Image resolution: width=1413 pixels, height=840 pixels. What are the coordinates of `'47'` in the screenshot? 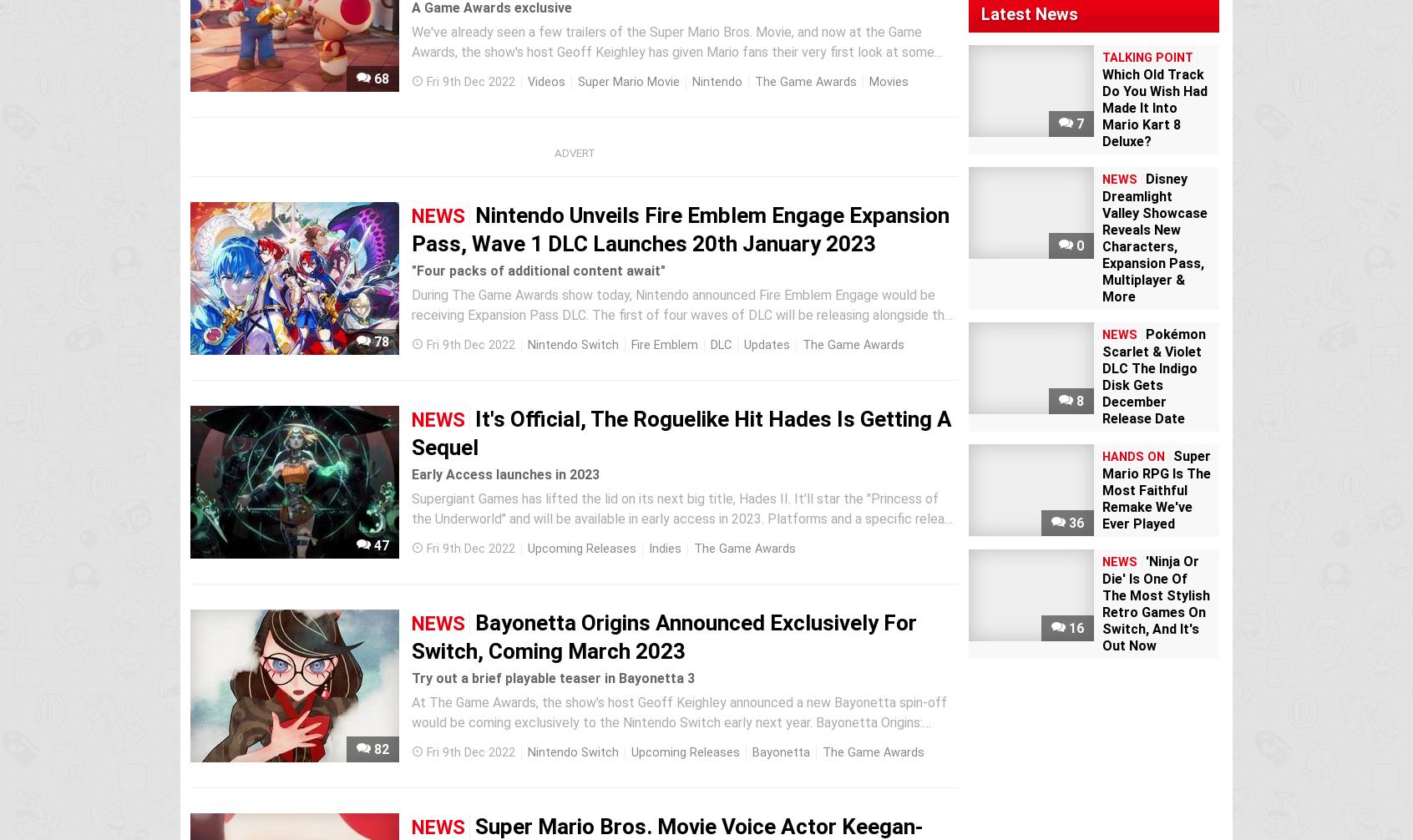 It's located at (378, 545).